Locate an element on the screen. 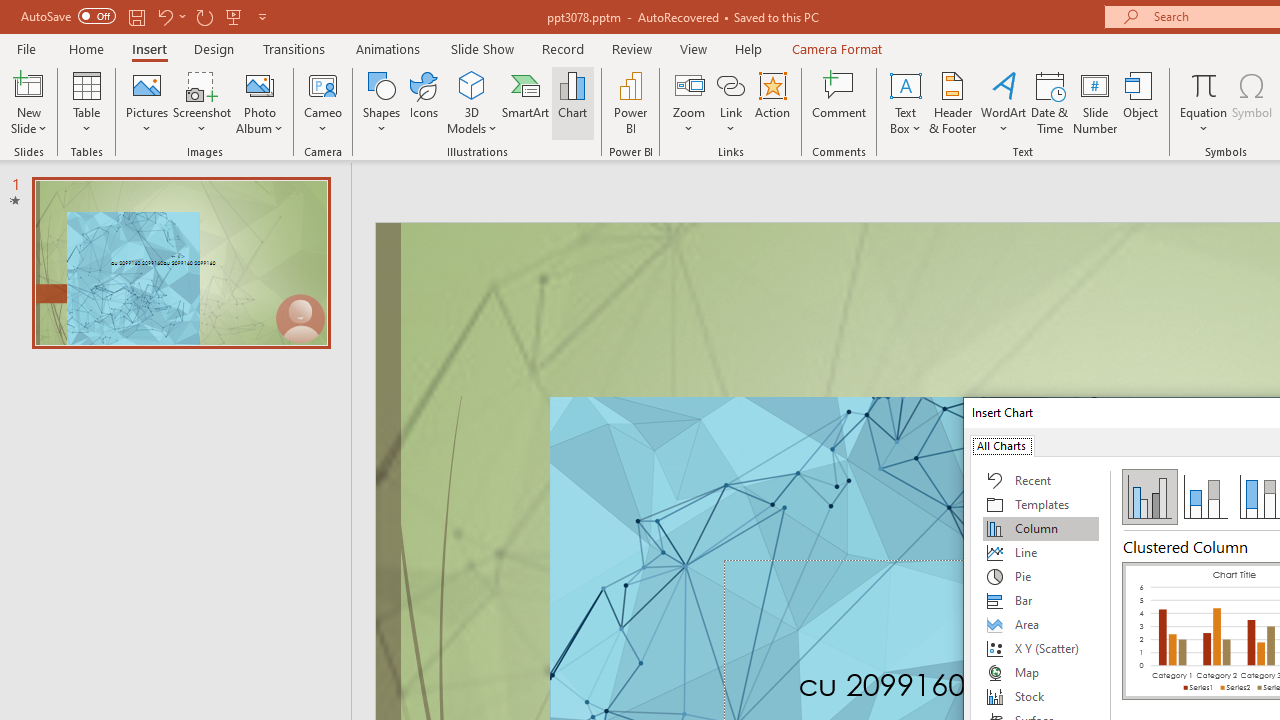 The height and width of the screenshot is (720, 1280). 'Icons' is located at coordinates (423, 103).